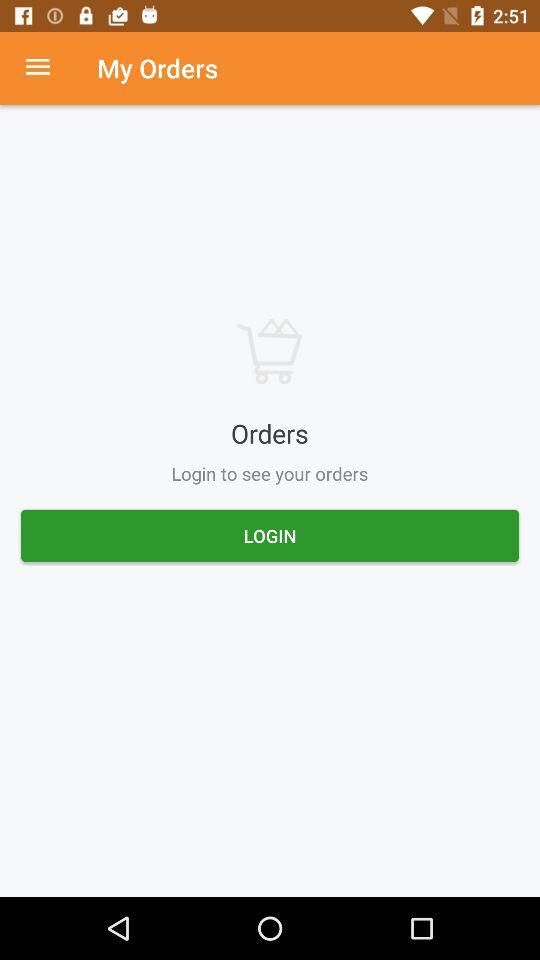  Describe the element at coordinates (48, 68) in the screenshot. I see `open list view` at that location.